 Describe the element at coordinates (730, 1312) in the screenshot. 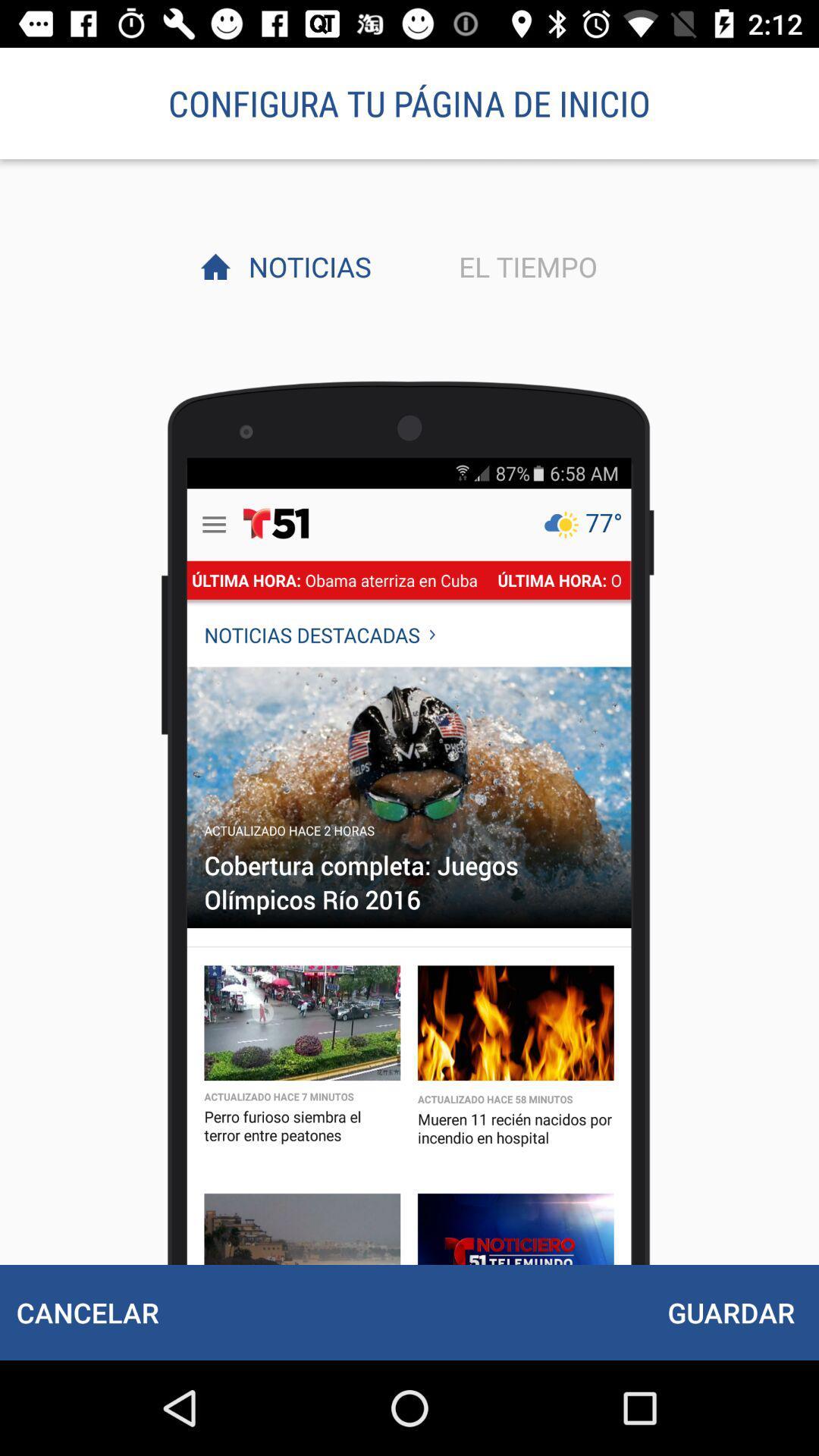

I see `the item at the bottom right corner` at that location.